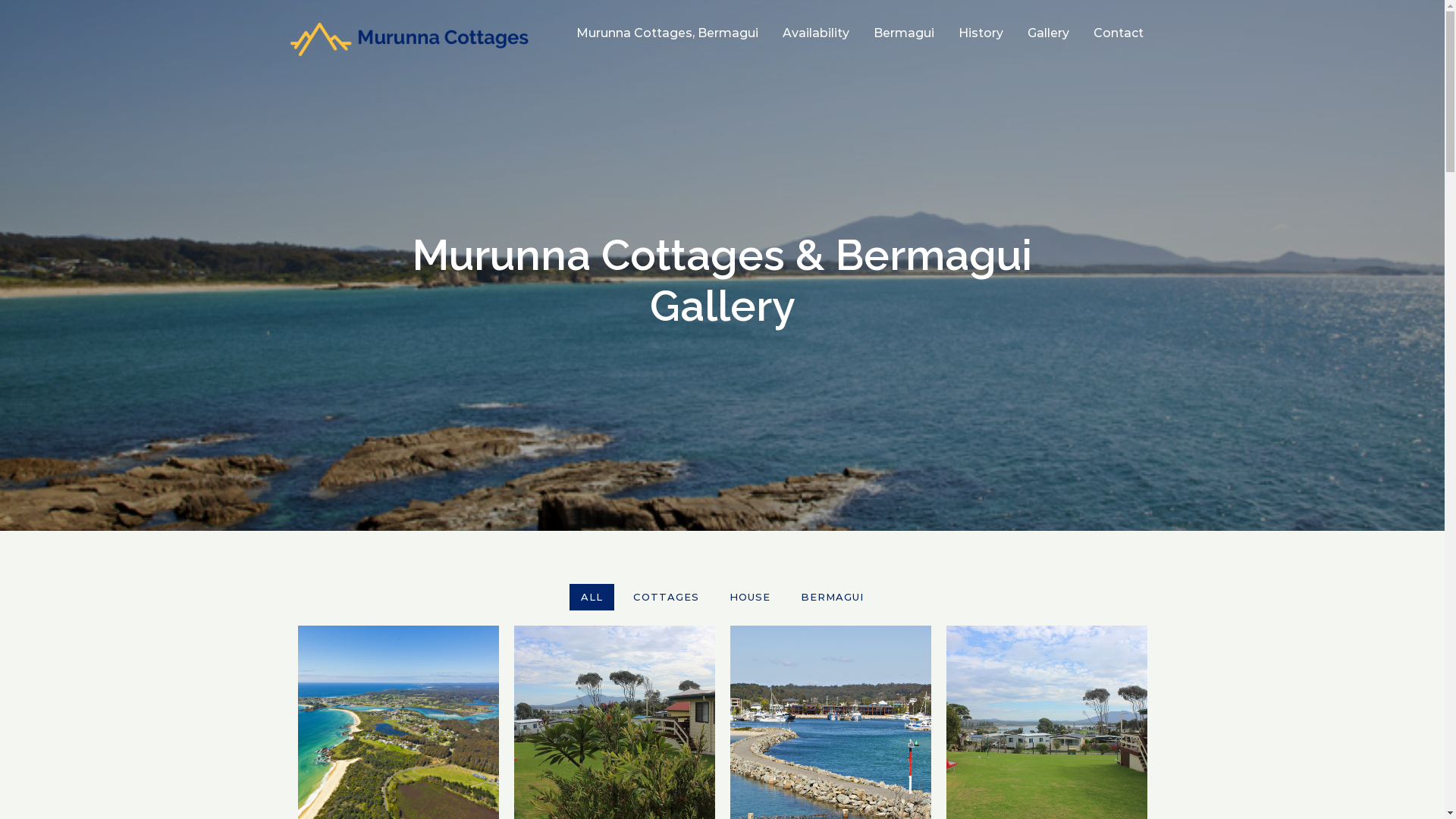 This screenshot has height=819, width=1456. What do you see at coordinates (1046, 33) in the screenshot?
I see `'Gallery'` at bounding box center [1046, 33].